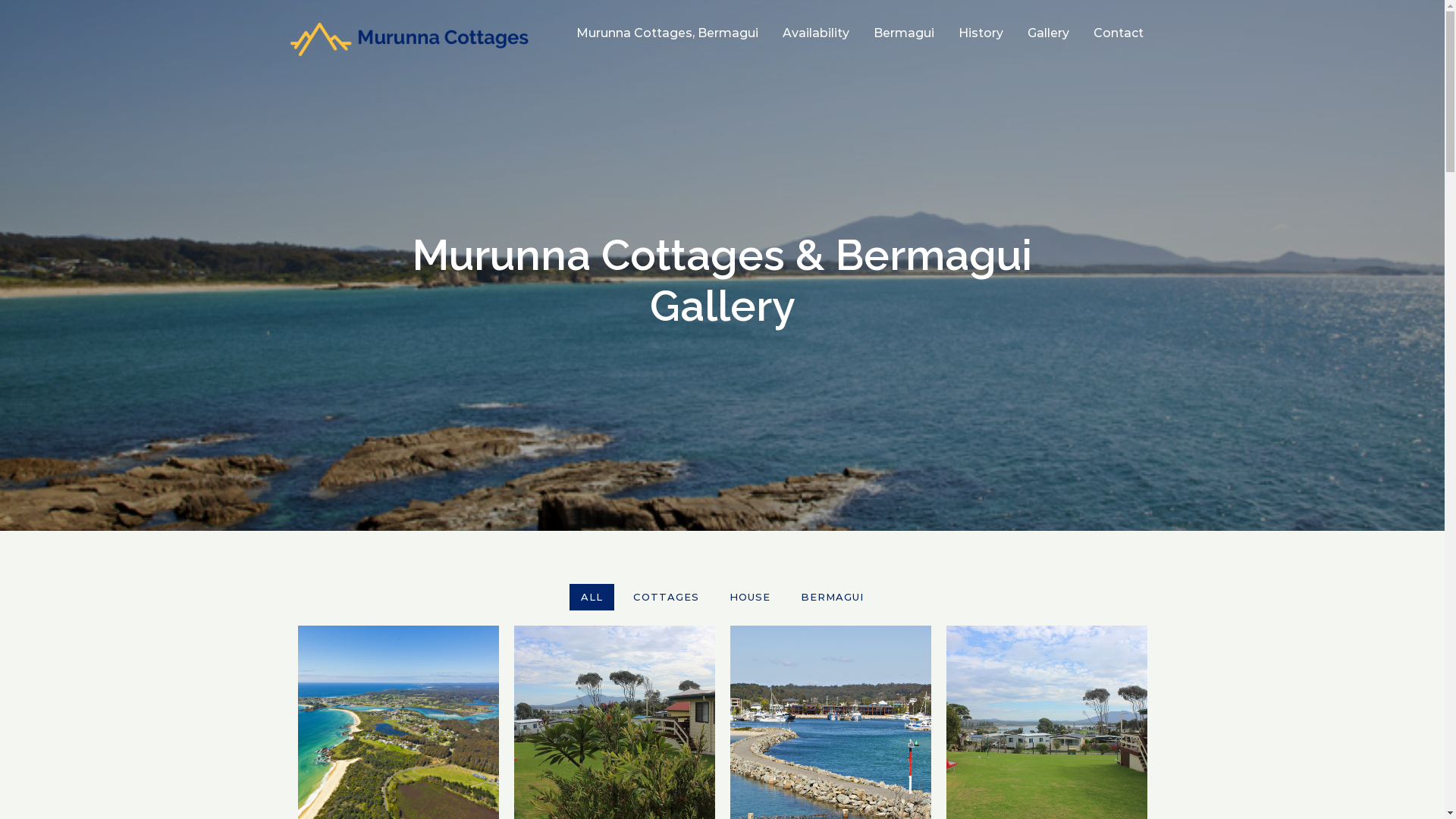 This screenshot has height=819, width=1456. What do you see at coordinates (1046, 33) in the screenshot?
I see `'Gallery'` at bounding box center [1046, 33].